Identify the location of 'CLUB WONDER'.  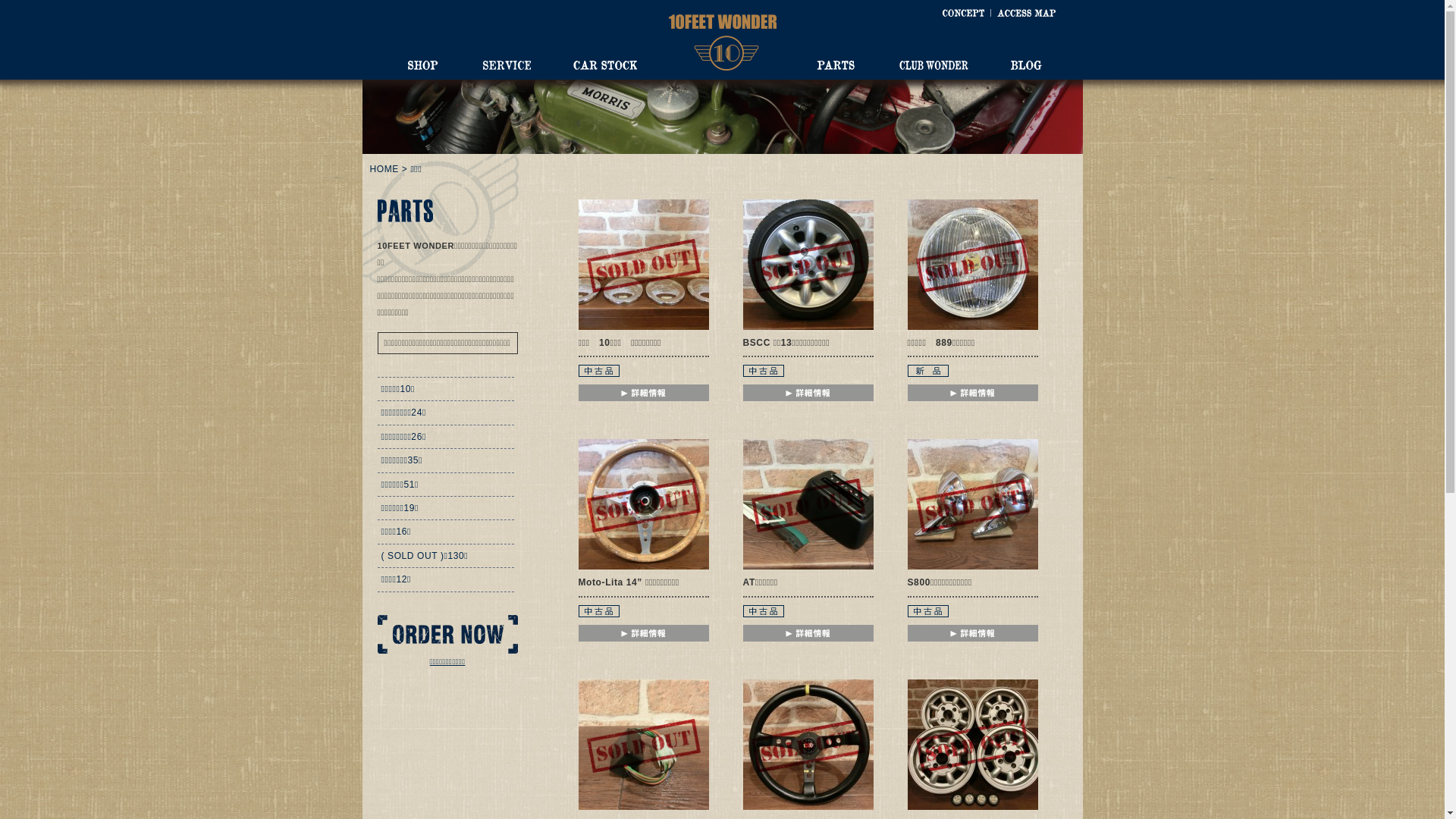
(899, 64).